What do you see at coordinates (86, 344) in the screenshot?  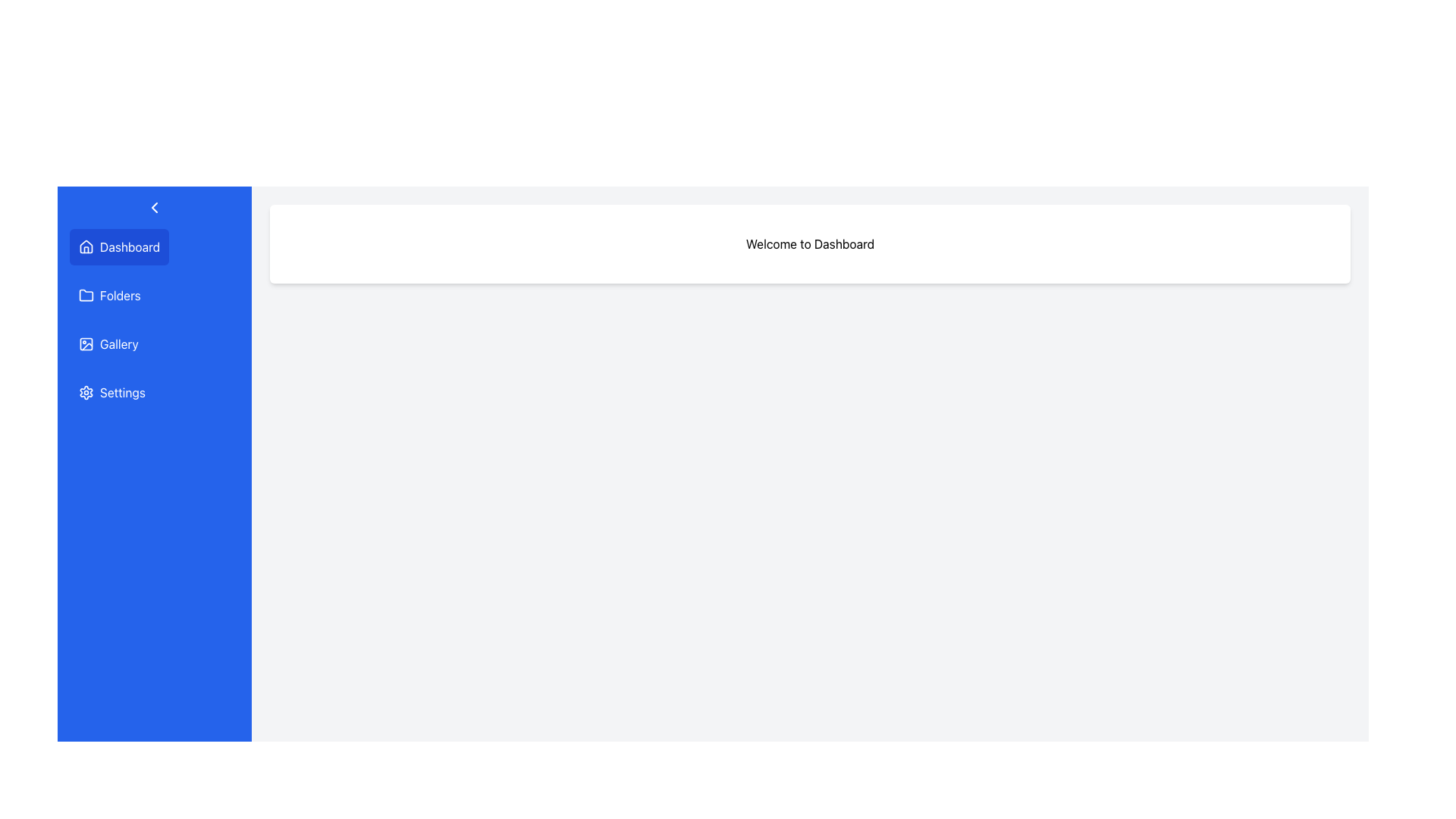 I see `the graphical component that represents a specific aspect of the Gallery icon, located at the center of the third item in the vertical navigation bar on the left sidebar` at bounding box center [86, 344].